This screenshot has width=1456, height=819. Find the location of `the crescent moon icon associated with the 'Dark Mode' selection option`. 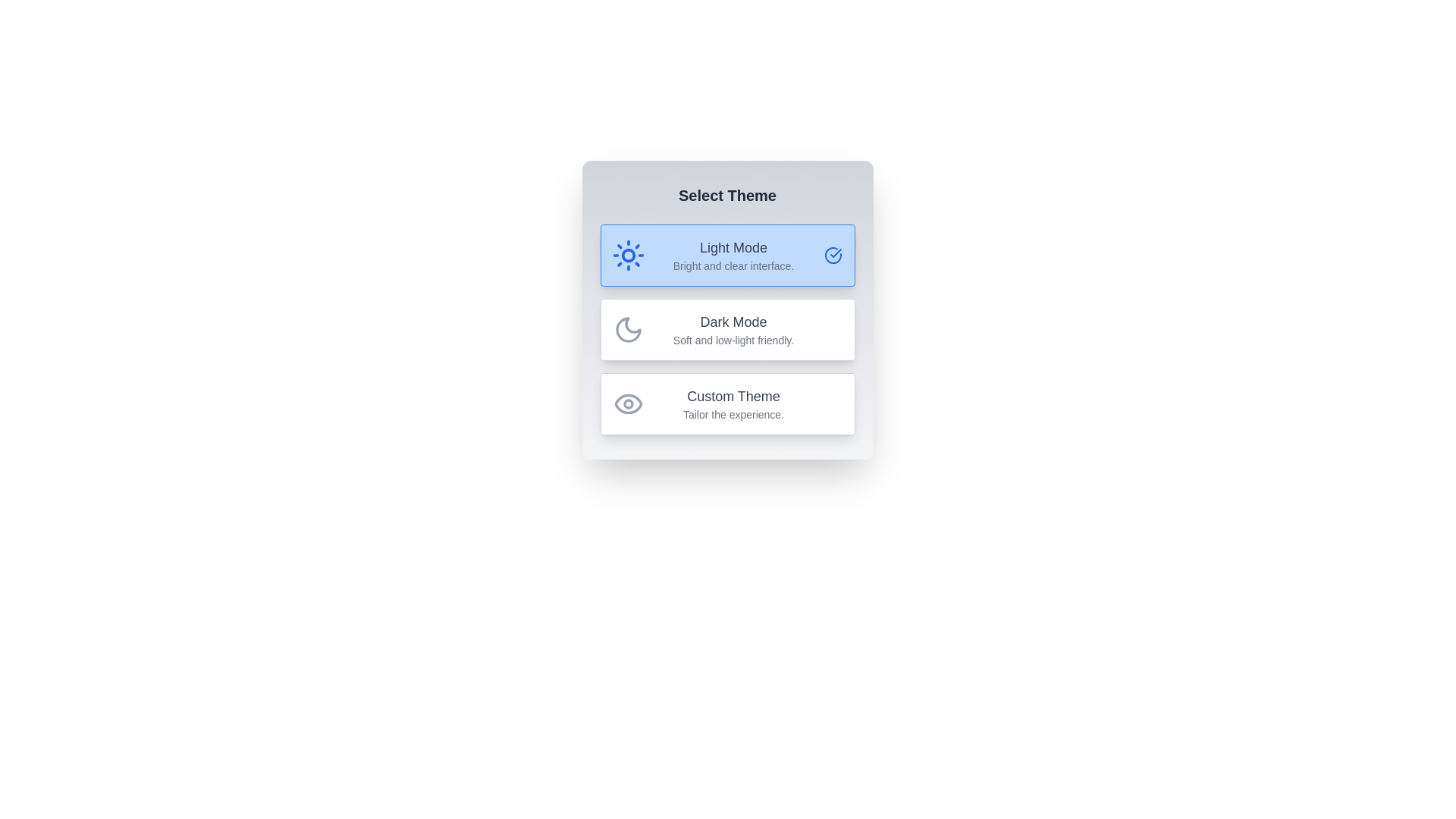

the crescent moon icon associated with the 'Dark Mode' selection option is located at coordinates (628, 329).